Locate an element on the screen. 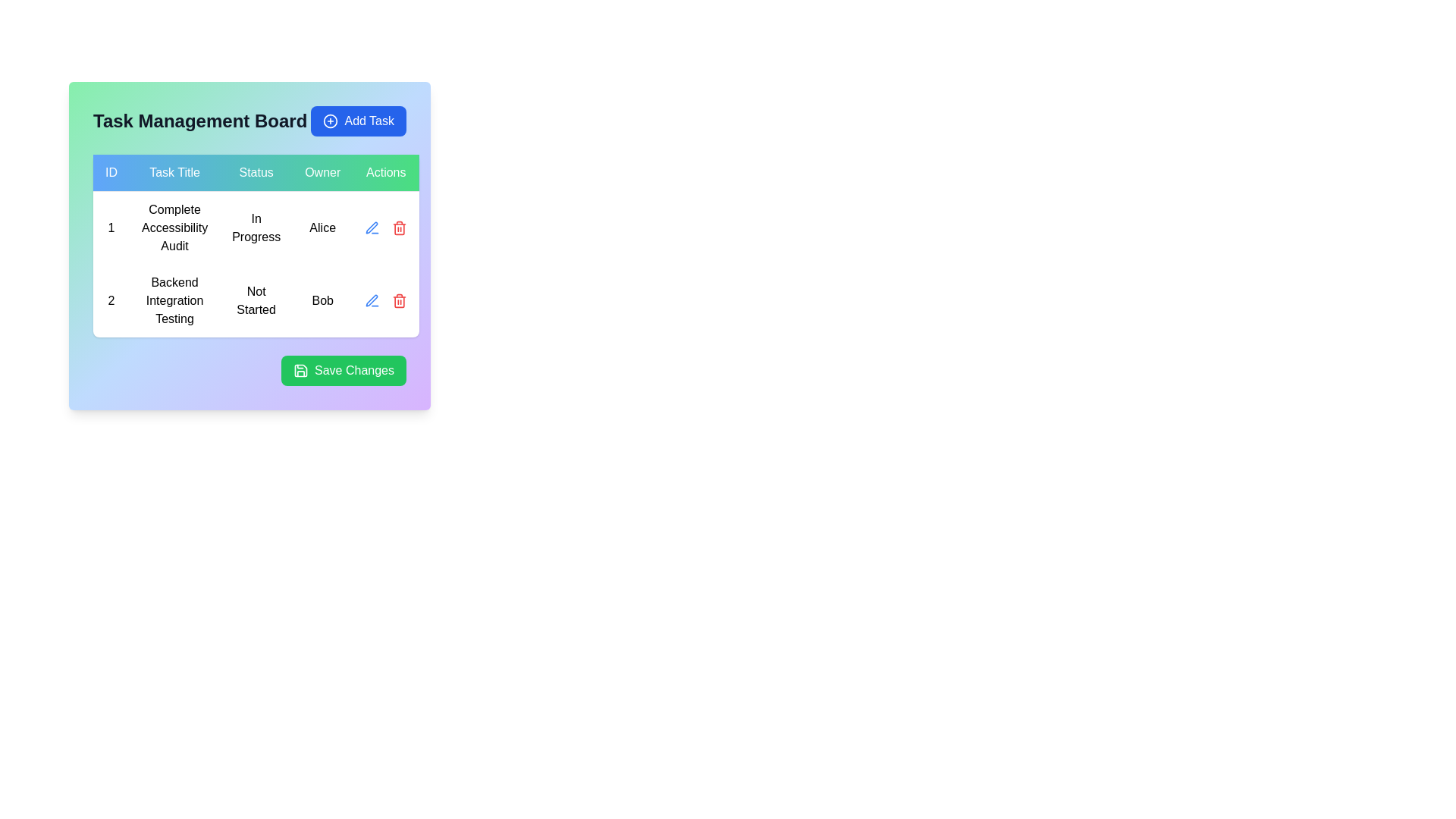 This screenshot has width=1456, height=819. the 'Status' column header, which is the third header in a table, positioned between 'Task Title' and 'Owner' is located at coordinates (256, 172).